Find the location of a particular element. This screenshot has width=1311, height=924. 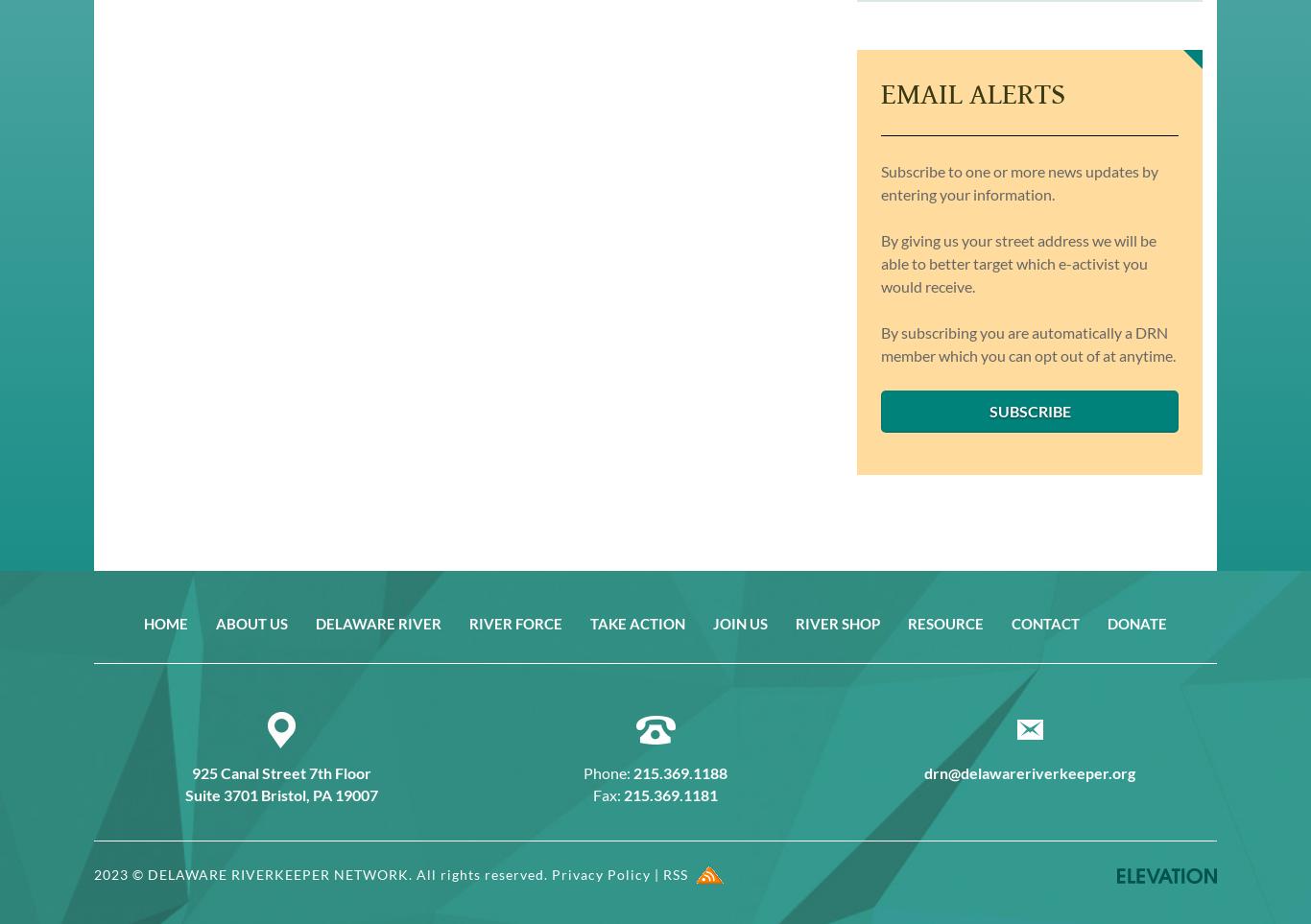

'River Shop' is located at coordinates (795, 621).